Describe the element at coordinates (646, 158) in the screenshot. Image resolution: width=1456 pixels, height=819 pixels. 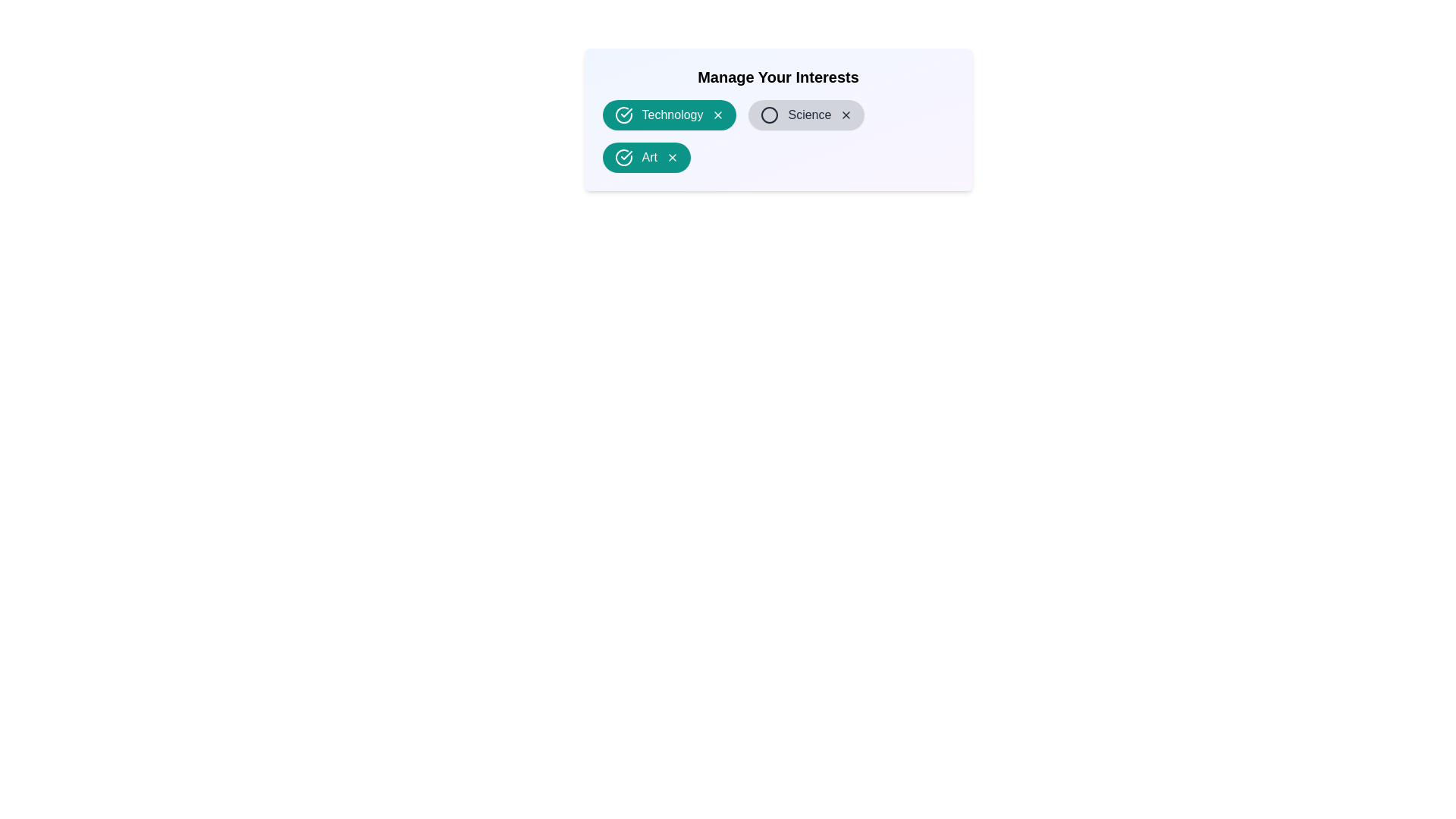
I see `the tag labeled Art to observe the hover scaling effect` at that location.